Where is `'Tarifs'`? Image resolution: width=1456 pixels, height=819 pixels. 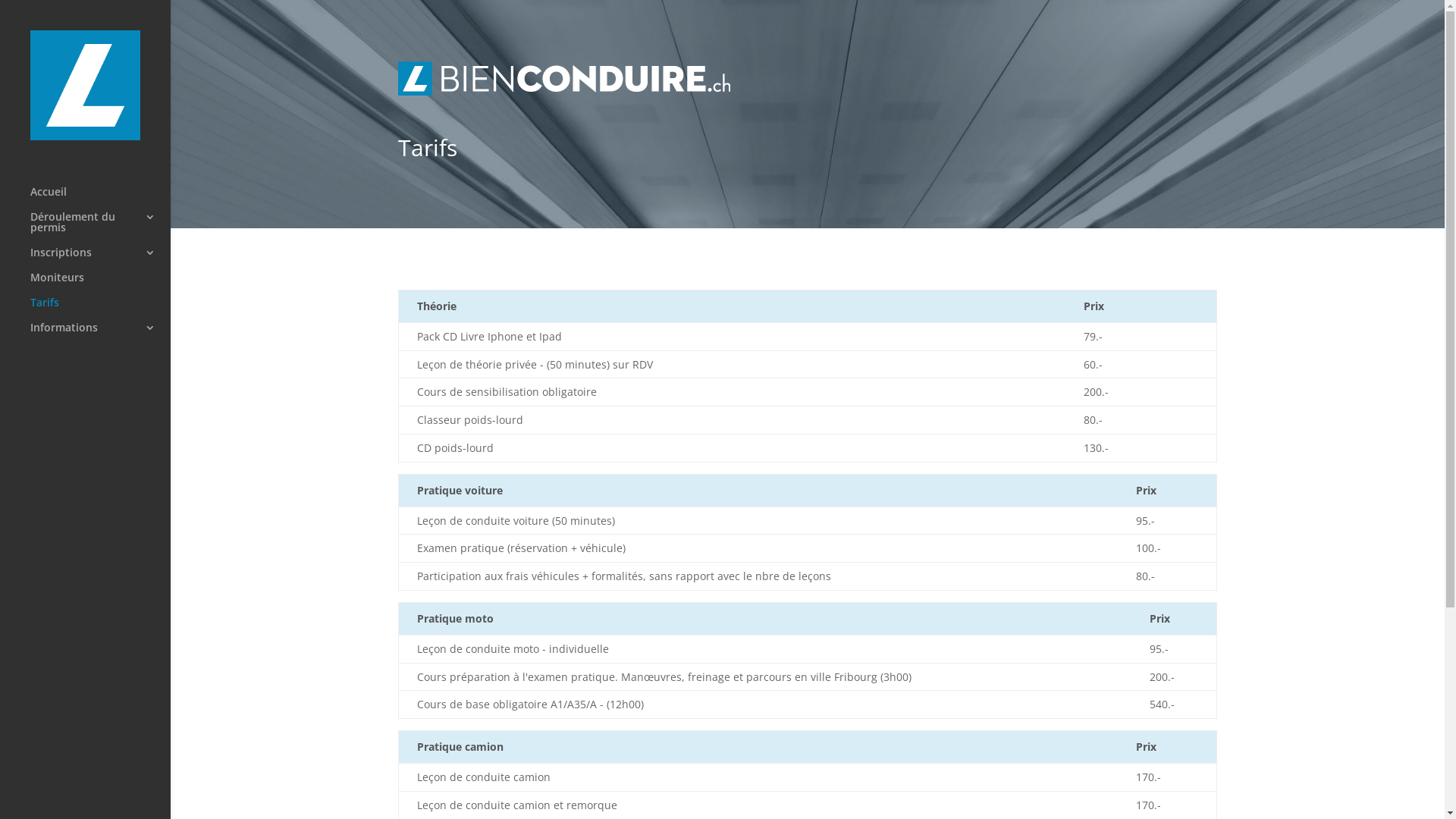 'Tarifs' is located at coordinates (99, 309).